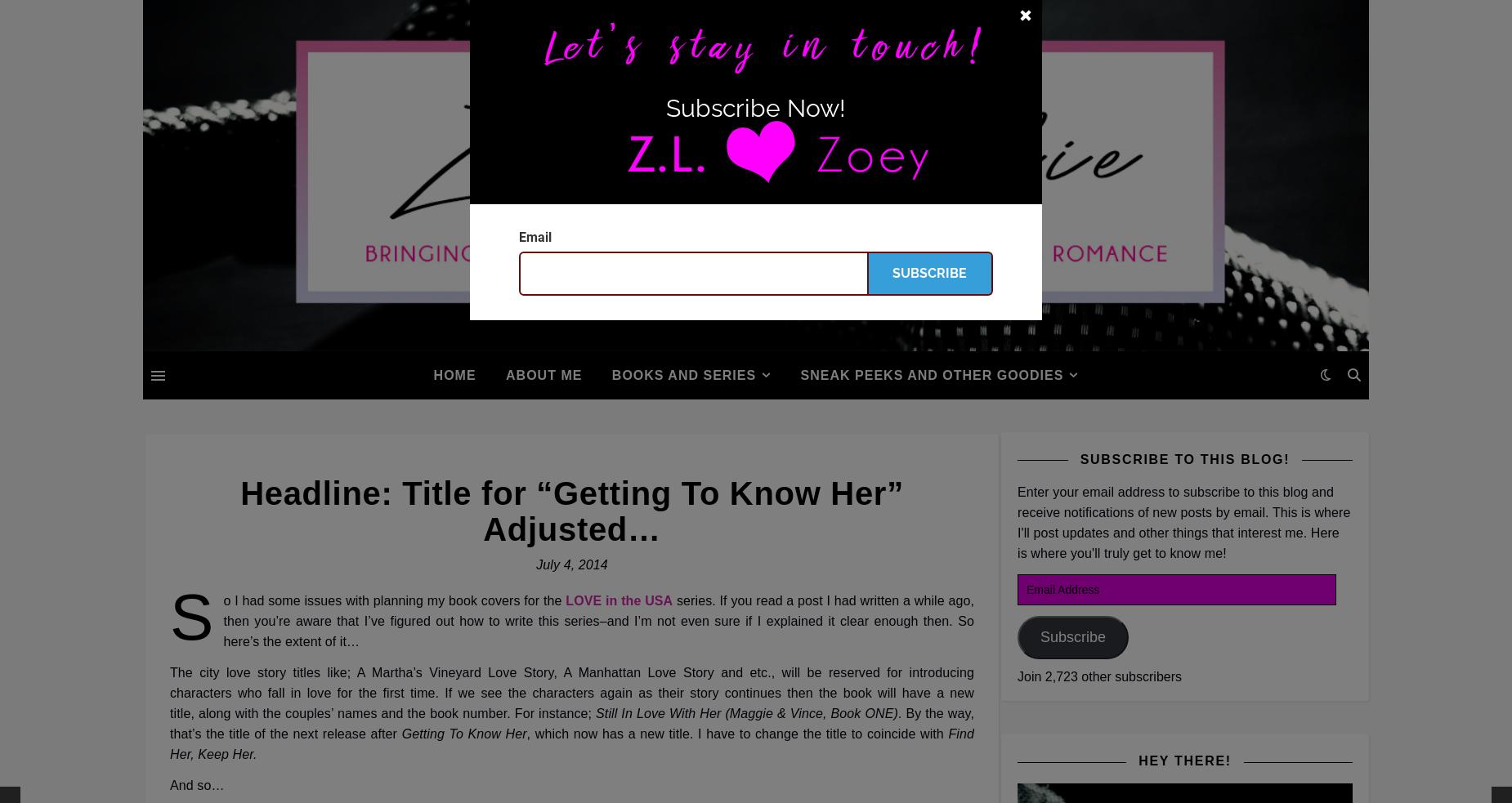 This screenshot has height=803, width=1512. Describe the element at coordinates (463, 734) in the screenshot. I see `'Getting To Know Her'` at that location.